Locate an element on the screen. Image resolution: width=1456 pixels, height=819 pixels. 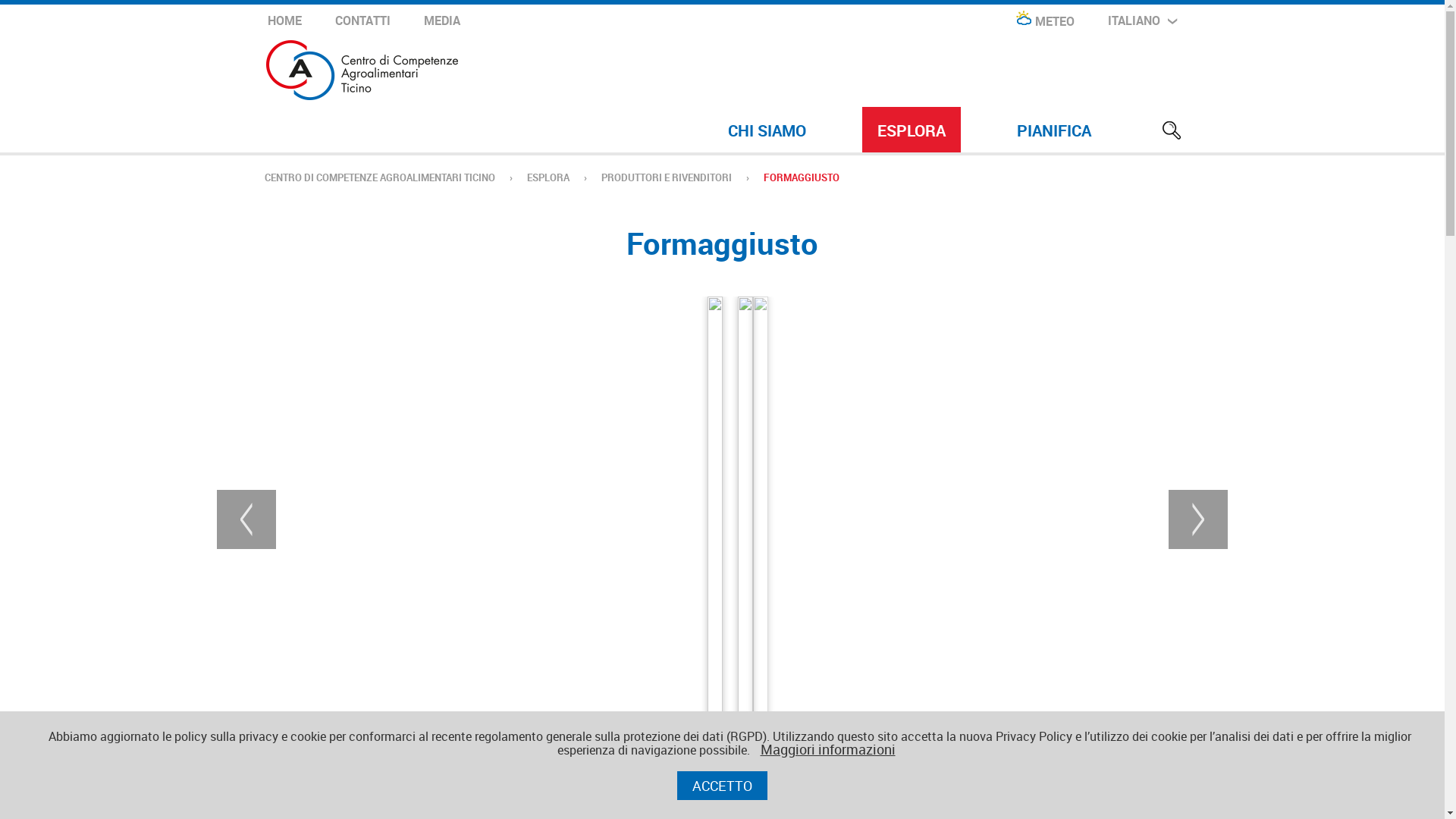
'METEO' is located at coordinates (1041, 20).